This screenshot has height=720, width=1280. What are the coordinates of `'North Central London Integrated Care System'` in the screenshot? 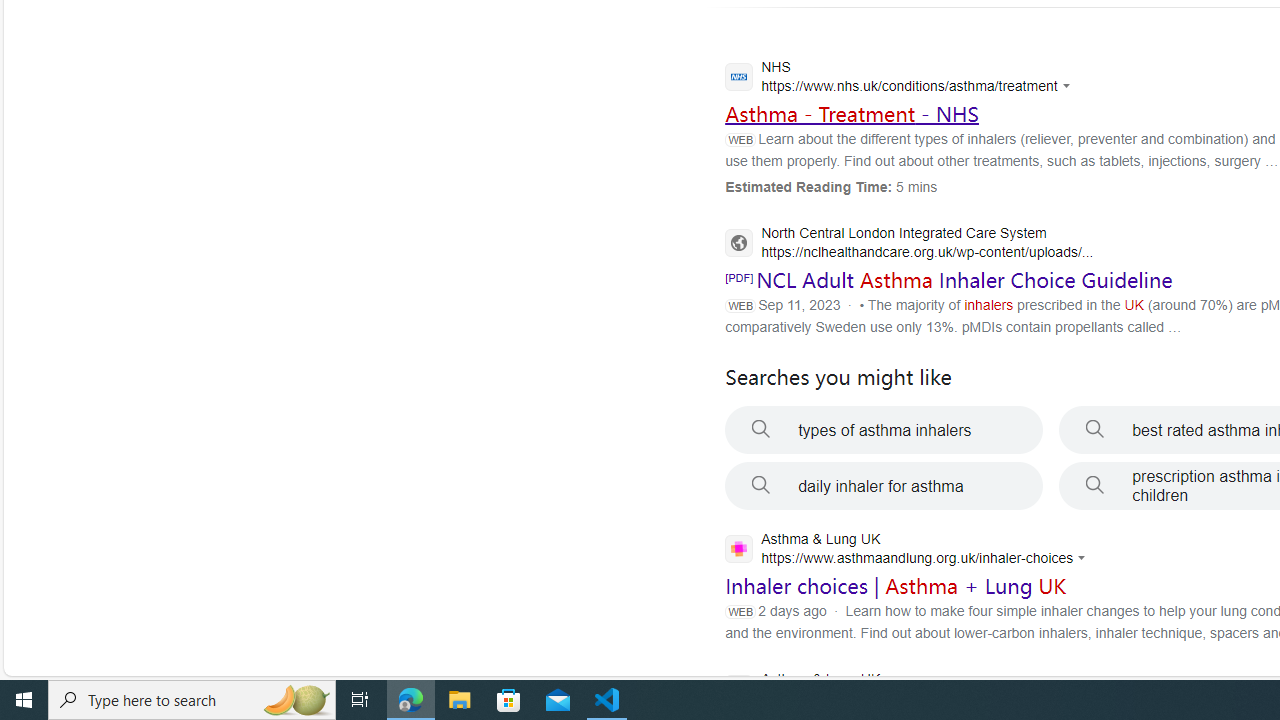 It's located at (908, 243).